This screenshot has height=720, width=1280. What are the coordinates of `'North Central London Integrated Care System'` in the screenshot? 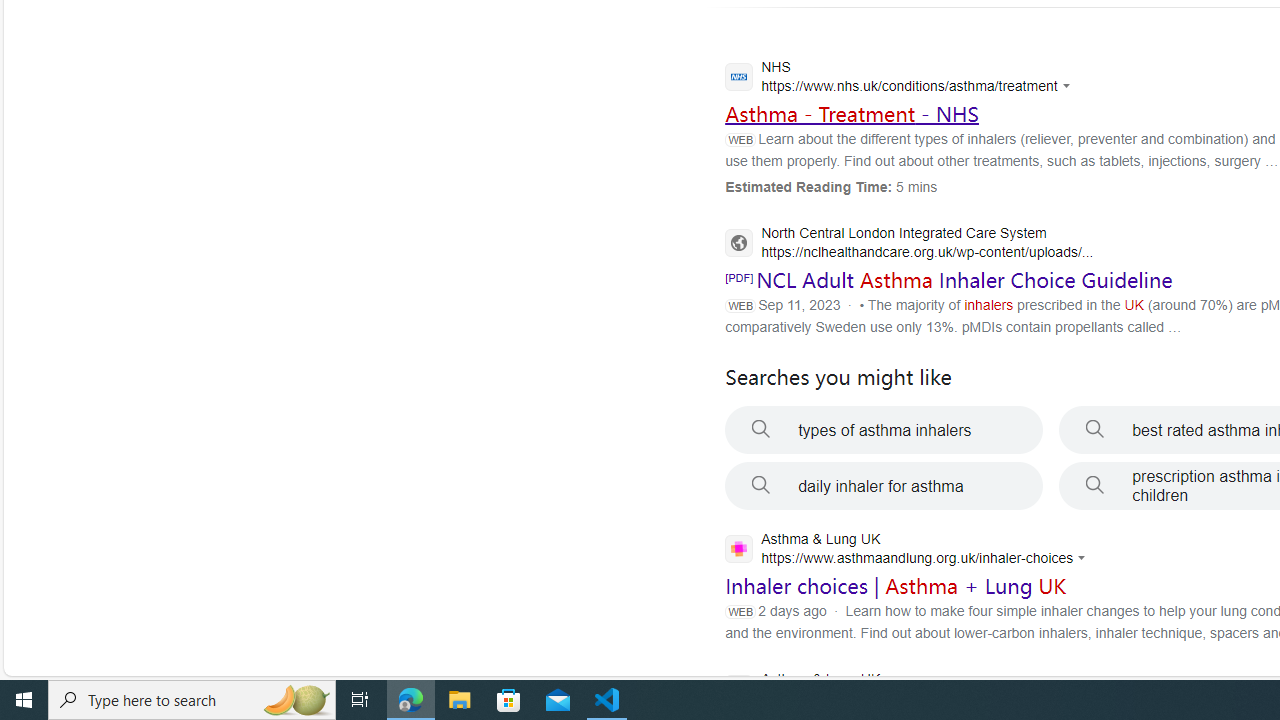 It's located at (908, 243).